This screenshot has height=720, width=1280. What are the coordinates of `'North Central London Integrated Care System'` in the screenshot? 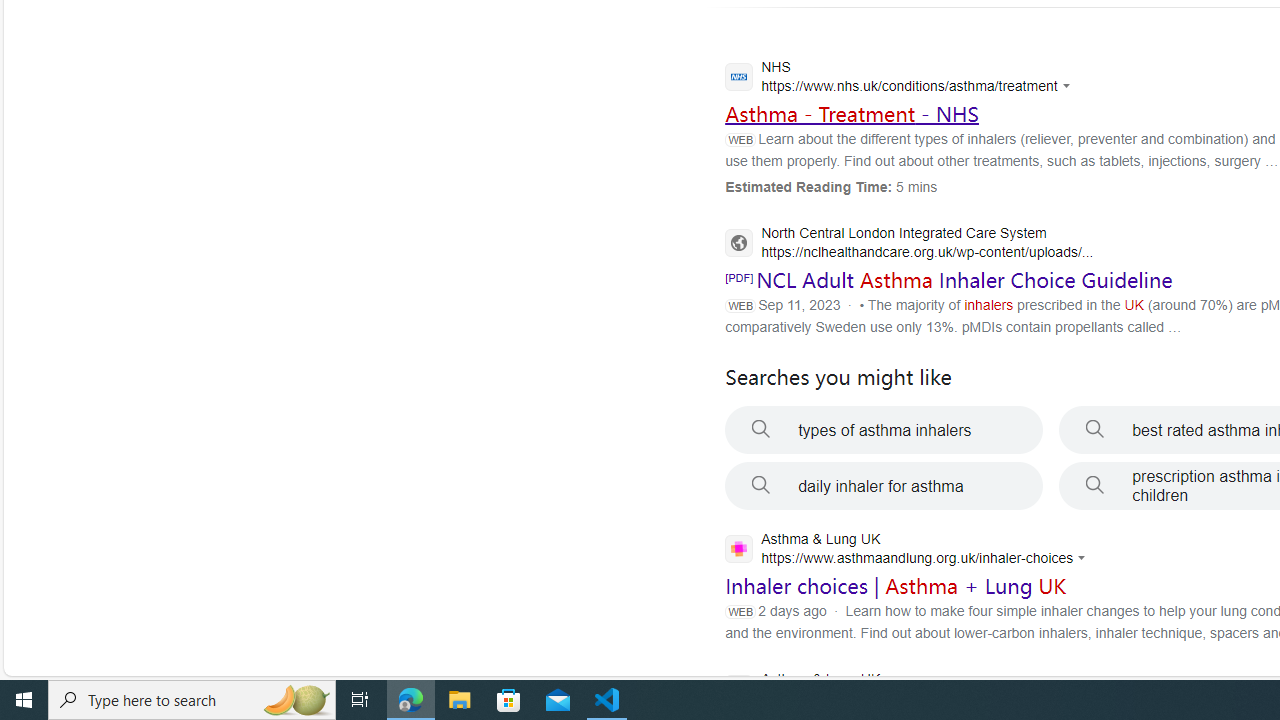 It's located at (908, 243).